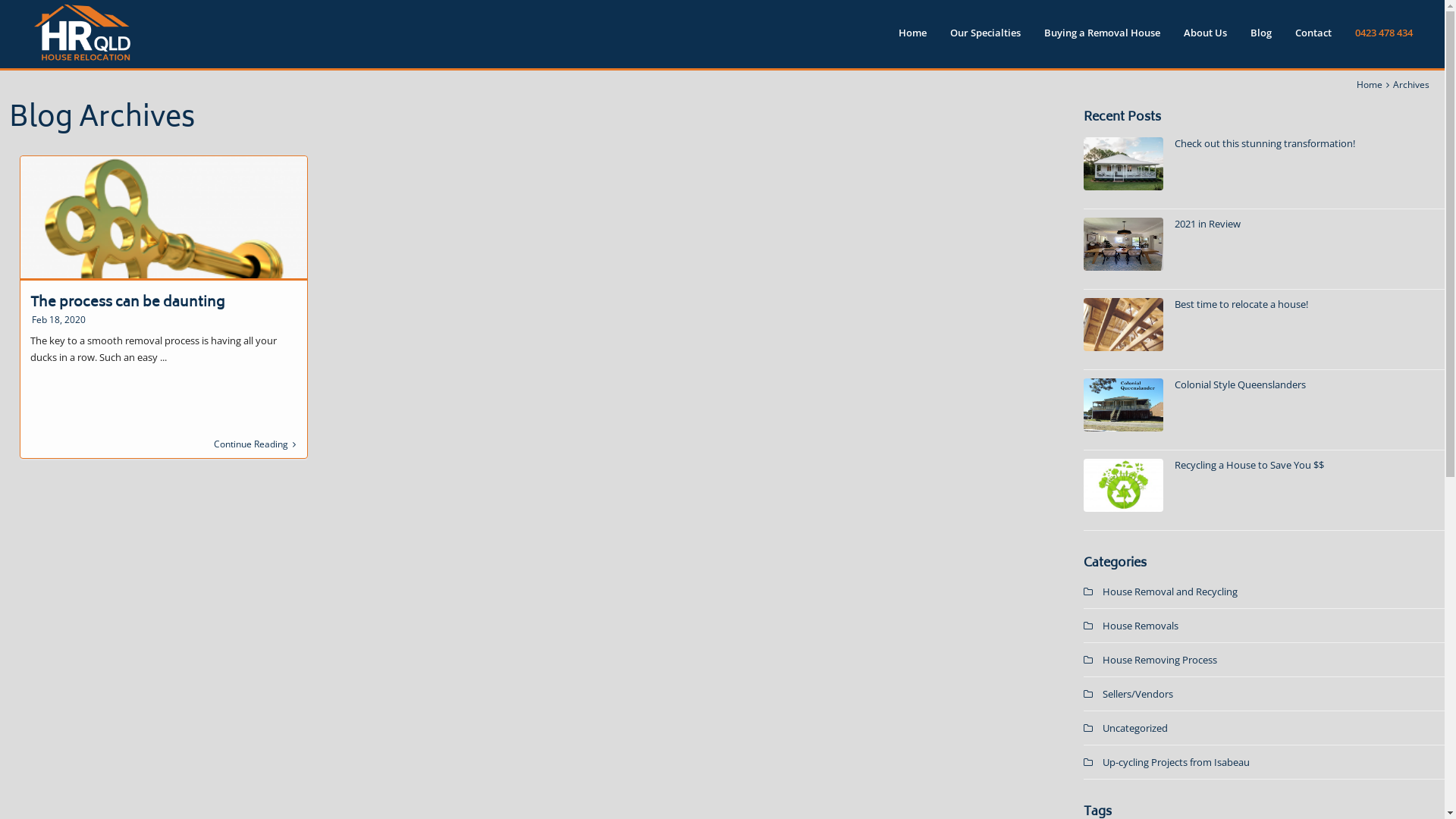 Image resolution: width=1456 pixels, height=819 pixels. What do you see at coordinates (1174, 383) in the screenshot?
I see `'Colonial Style Queenslanders'` at bounding box center [1174, 383].